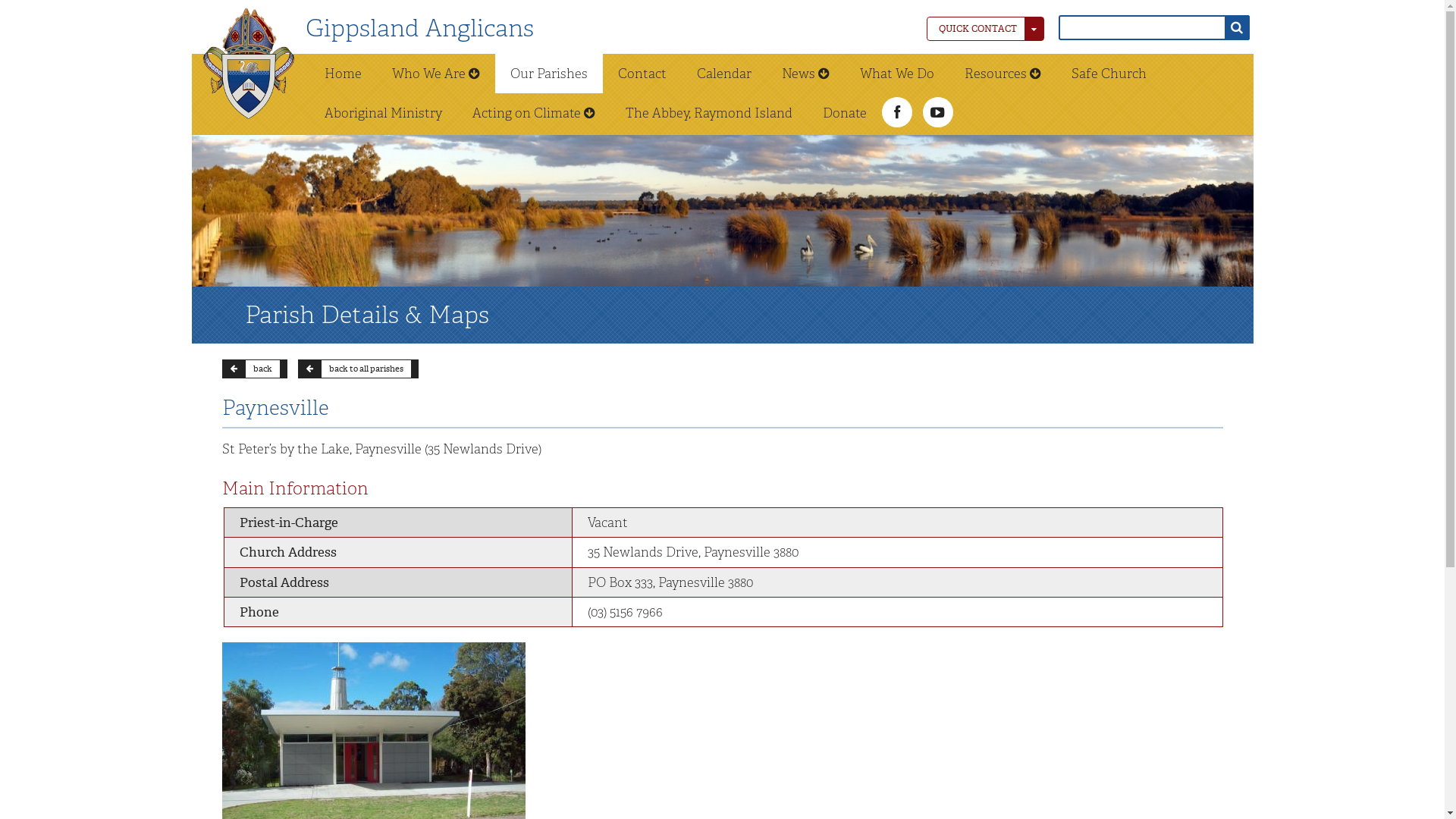 The height and width of the screenshot is (819, 1456). What do you see at coordinates (708, 112) in the screenshot?
I see `'The Abbey, Raymond Island'` at bounding box center [708, 112].